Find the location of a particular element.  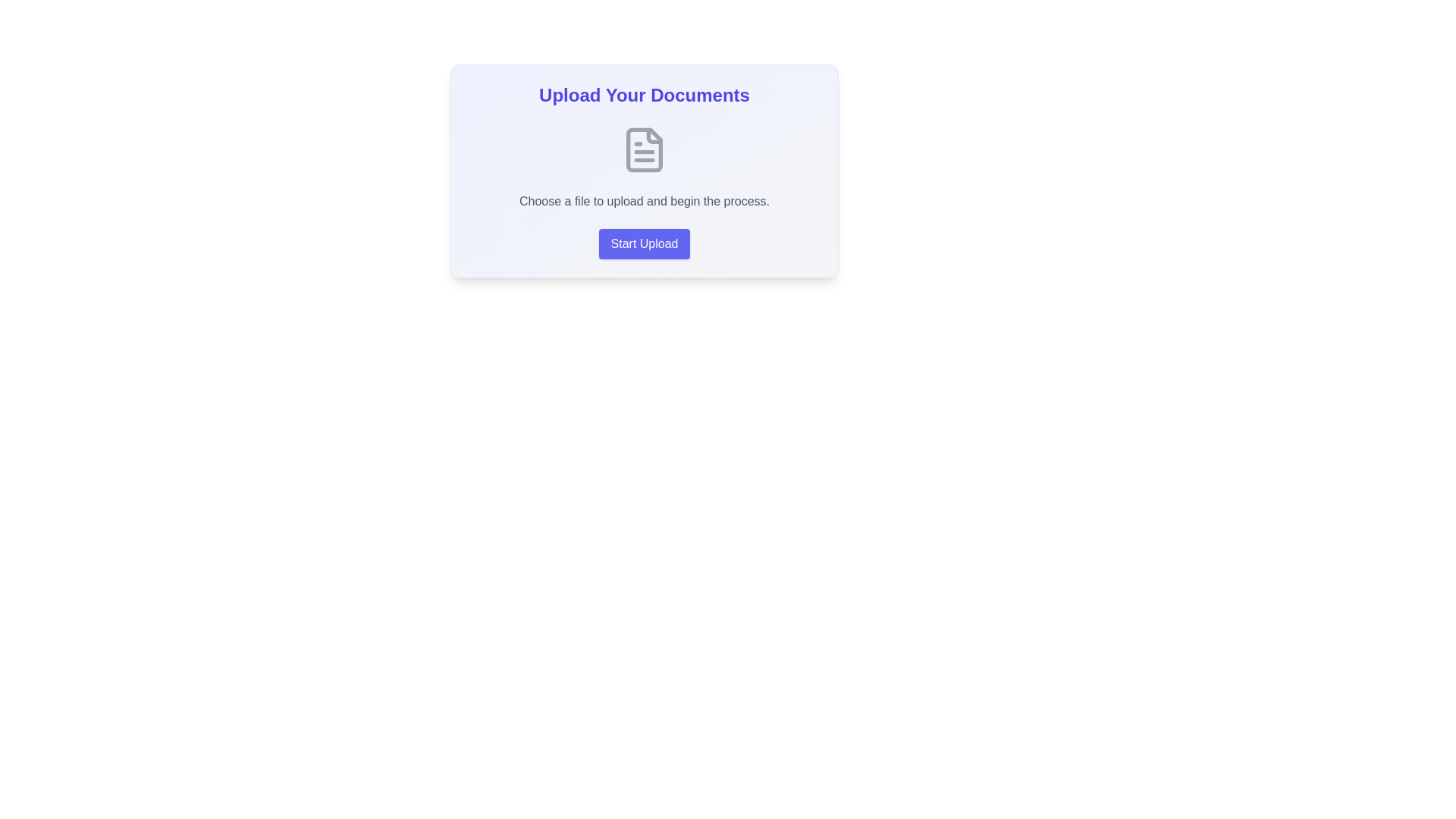

the Text Label that provides instructions for users, located below the 'Upload Your Documents' title and above the 'Start Upload' button is located at coordinates (644, 201).